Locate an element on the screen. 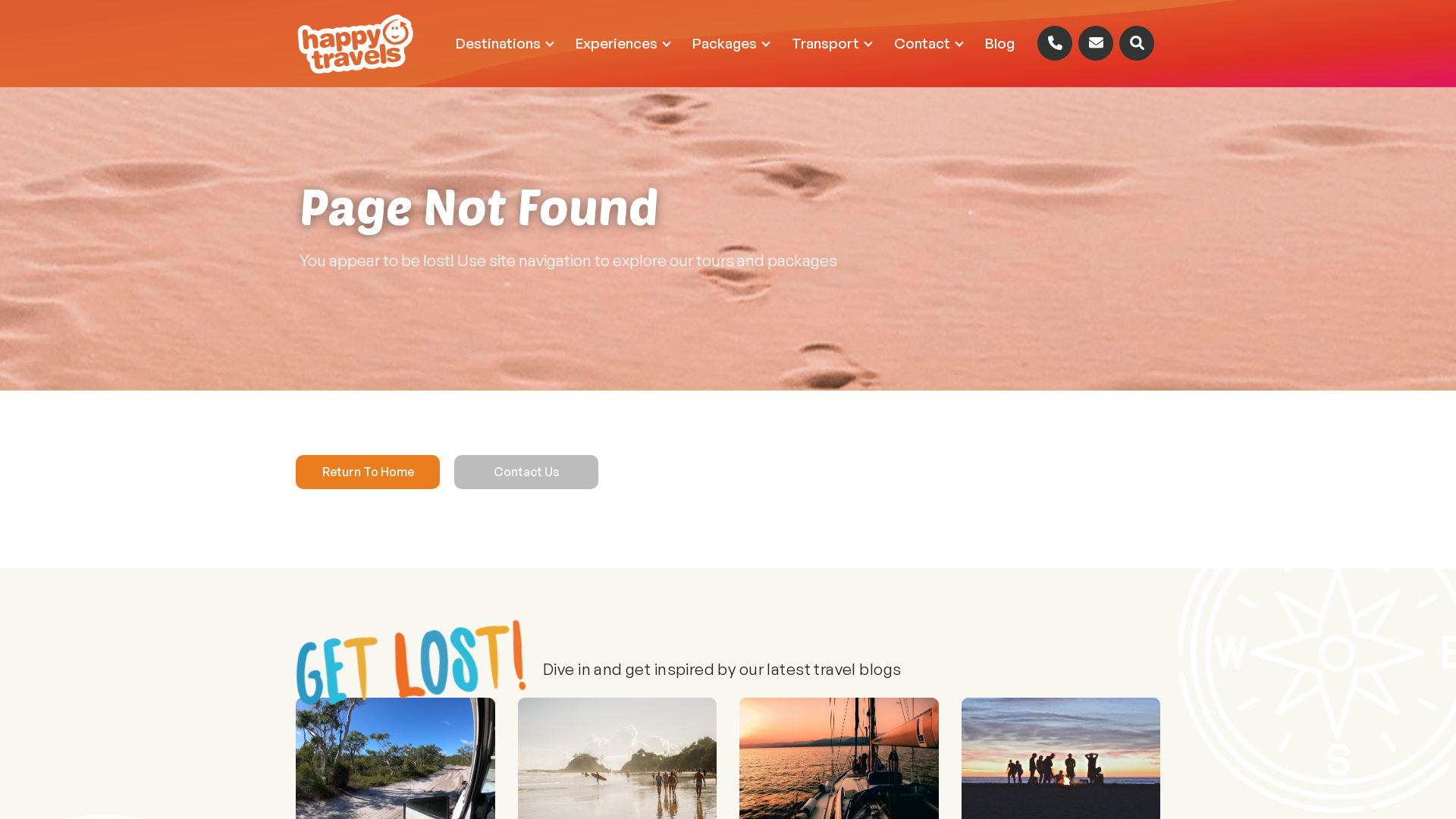 The height and width of the screenshot is (819, 1456). 'Return To Home' is located at coordinates (295, 471).